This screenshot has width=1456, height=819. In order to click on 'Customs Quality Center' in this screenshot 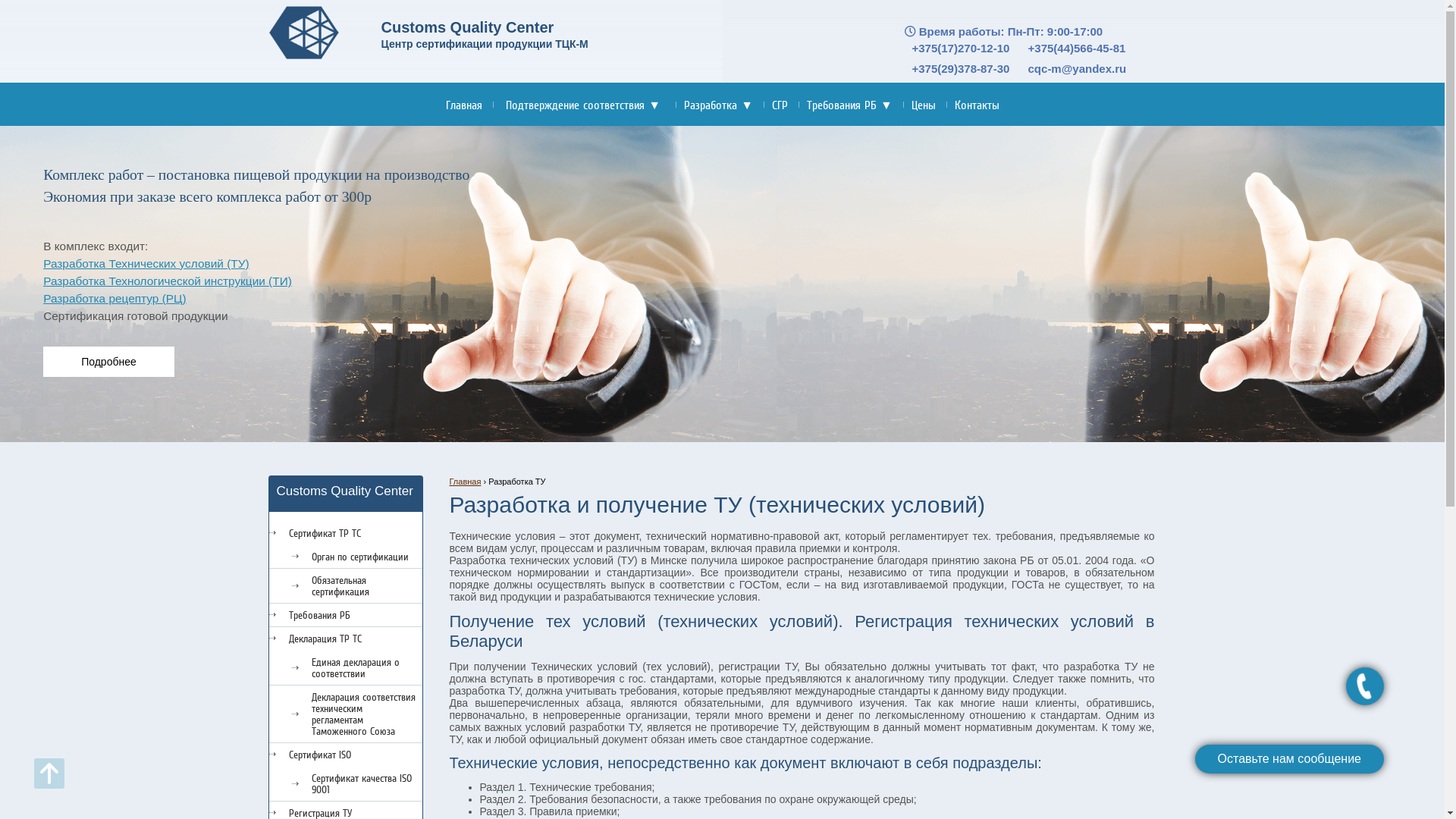, I will do `click(303, 33)`.